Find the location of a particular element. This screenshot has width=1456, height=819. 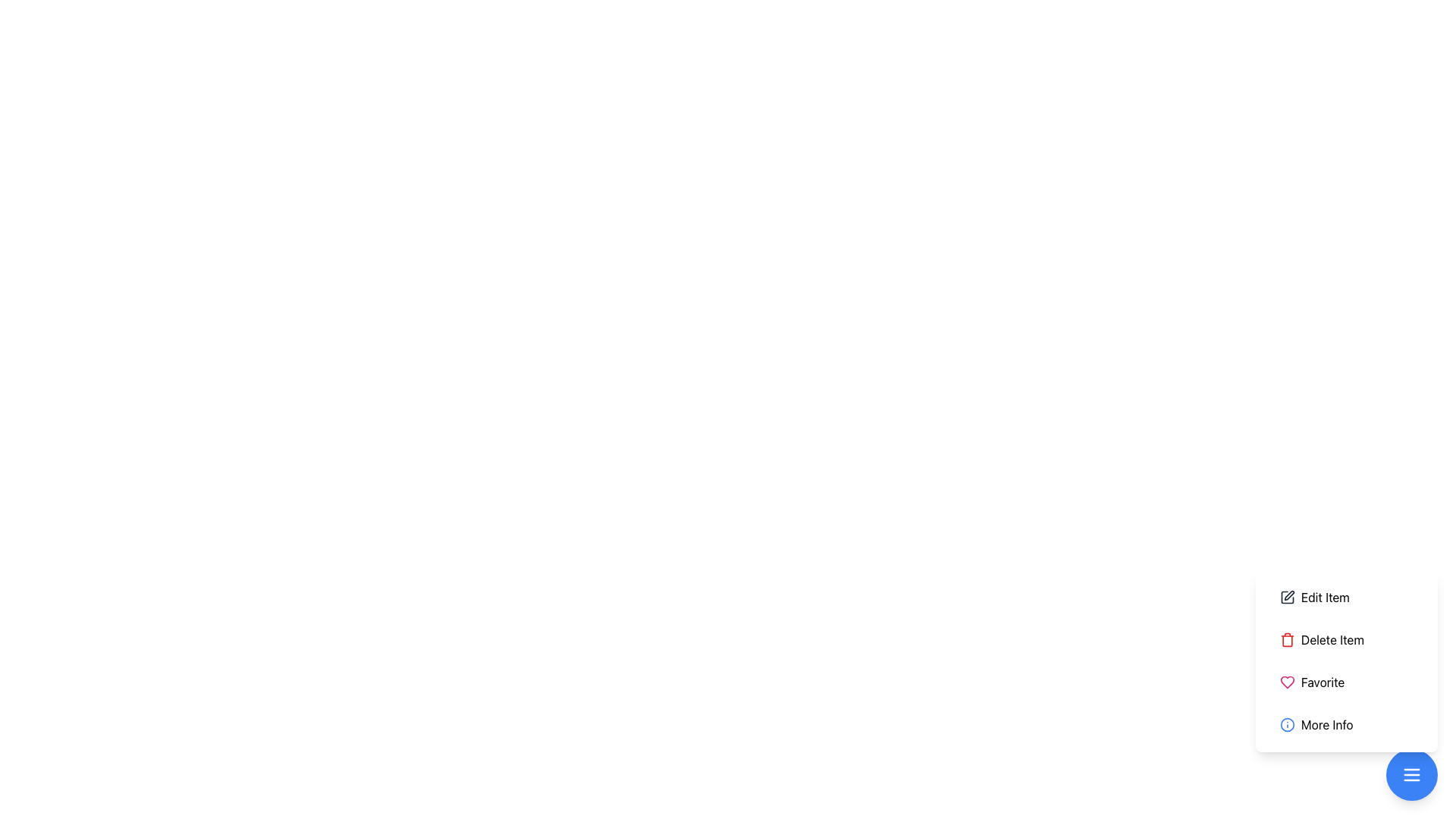

the delete button located at the second position in the dropdown menu is located at coordinates (1347, 660).